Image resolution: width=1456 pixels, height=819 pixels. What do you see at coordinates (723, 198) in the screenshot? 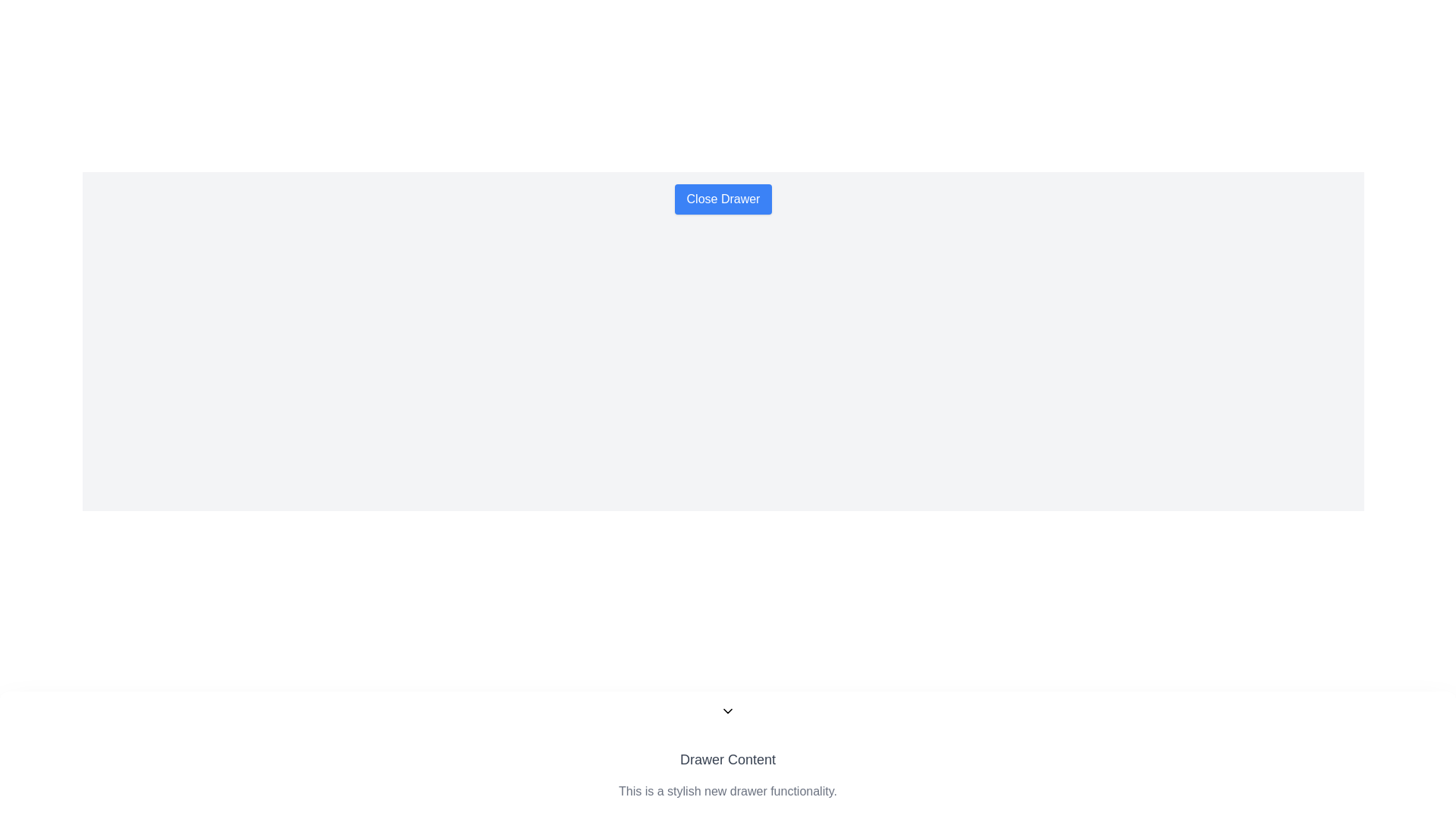
I see `the blue button with rounded corners labeled 'Close Drawer'` at bounding box center [723, 198].